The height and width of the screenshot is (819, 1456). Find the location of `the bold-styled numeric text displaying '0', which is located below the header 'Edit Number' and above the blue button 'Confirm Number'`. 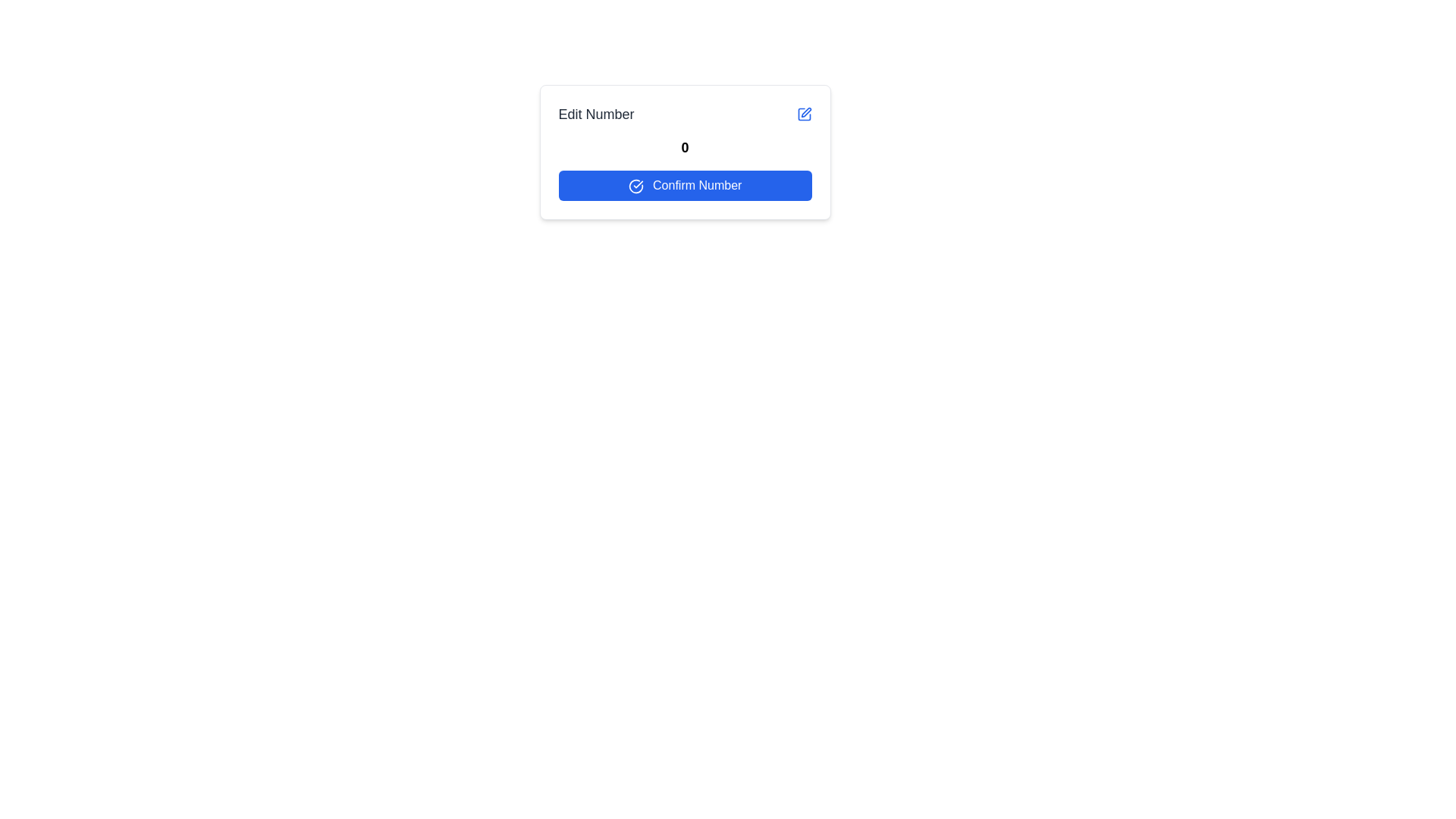

the bold-styled numeric text displaying '0', which is located below the header 'Edit Number' and above the blue button 'Confirm Number' is located at coordinates (684, 148).